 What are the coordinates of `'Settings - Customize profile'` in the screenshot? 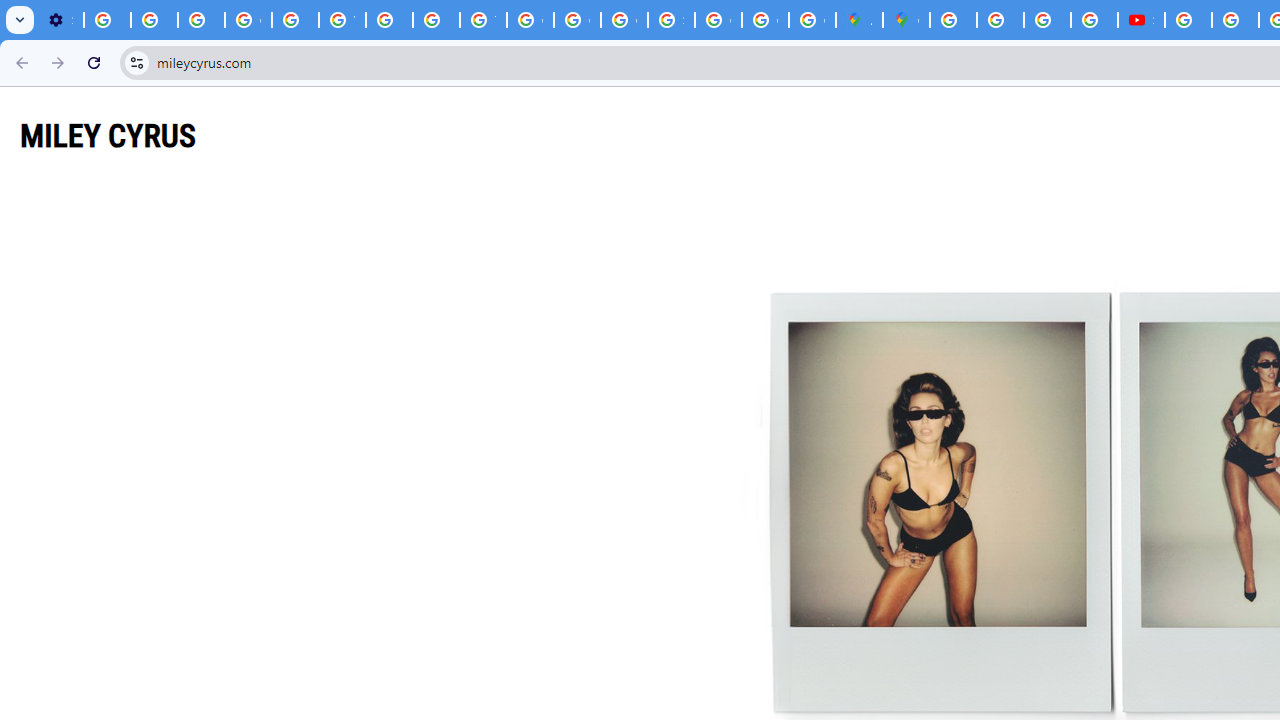 It's located at (60, 20).